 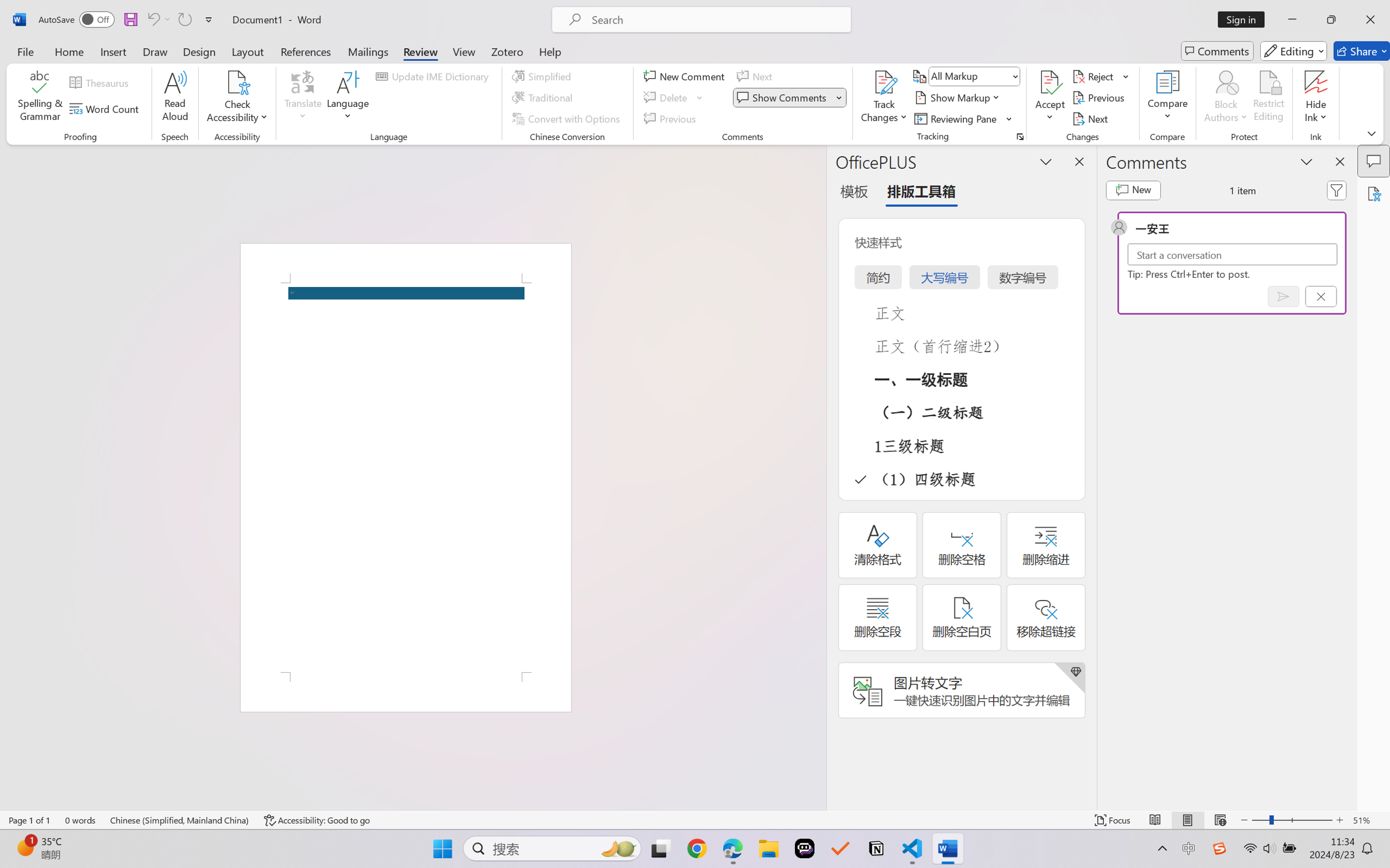 I want to click on 'Restrict Editing', so click(x=1268, y=98).